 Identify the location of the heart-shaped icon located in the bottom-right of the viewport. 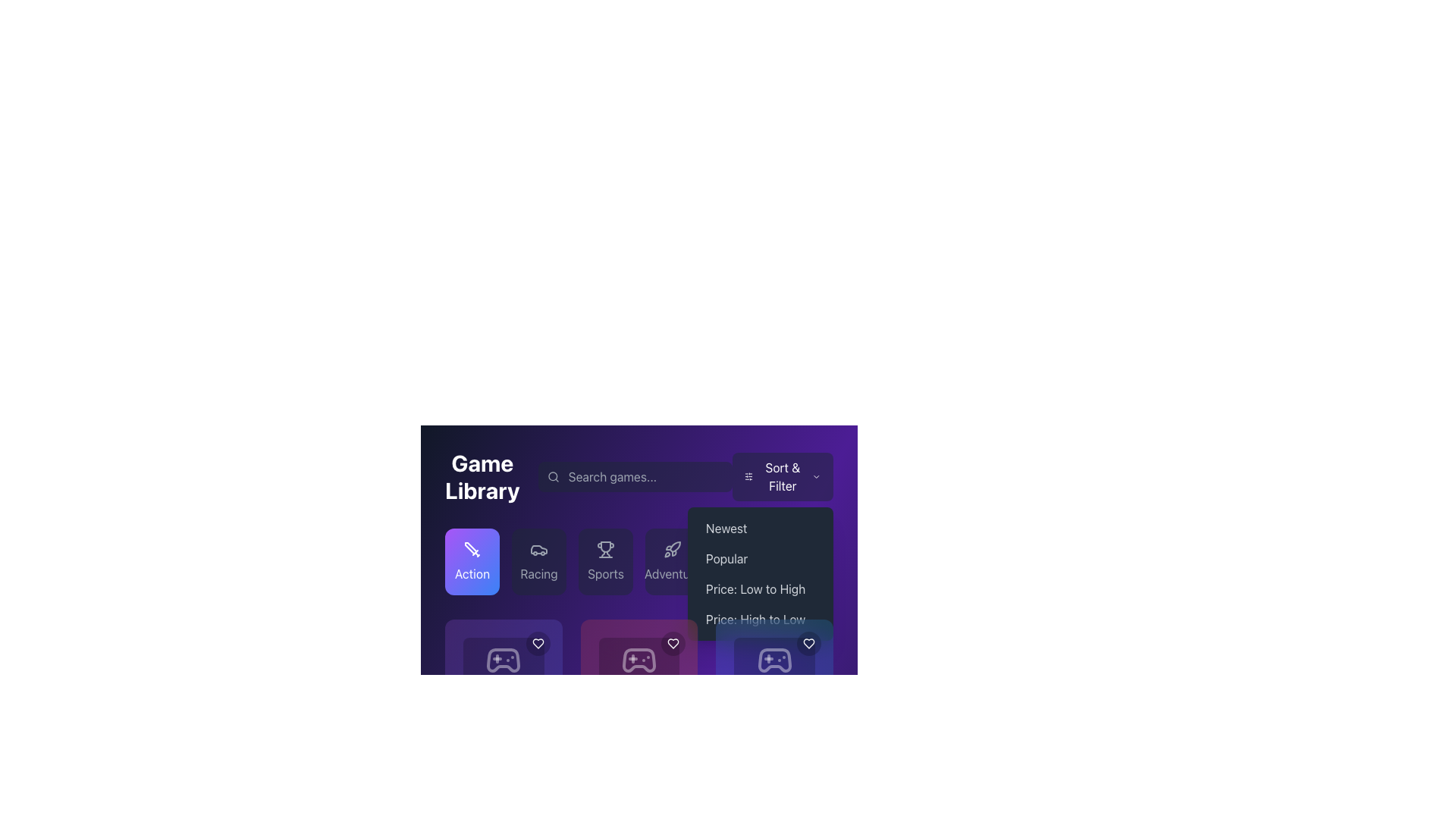
(808, 643).